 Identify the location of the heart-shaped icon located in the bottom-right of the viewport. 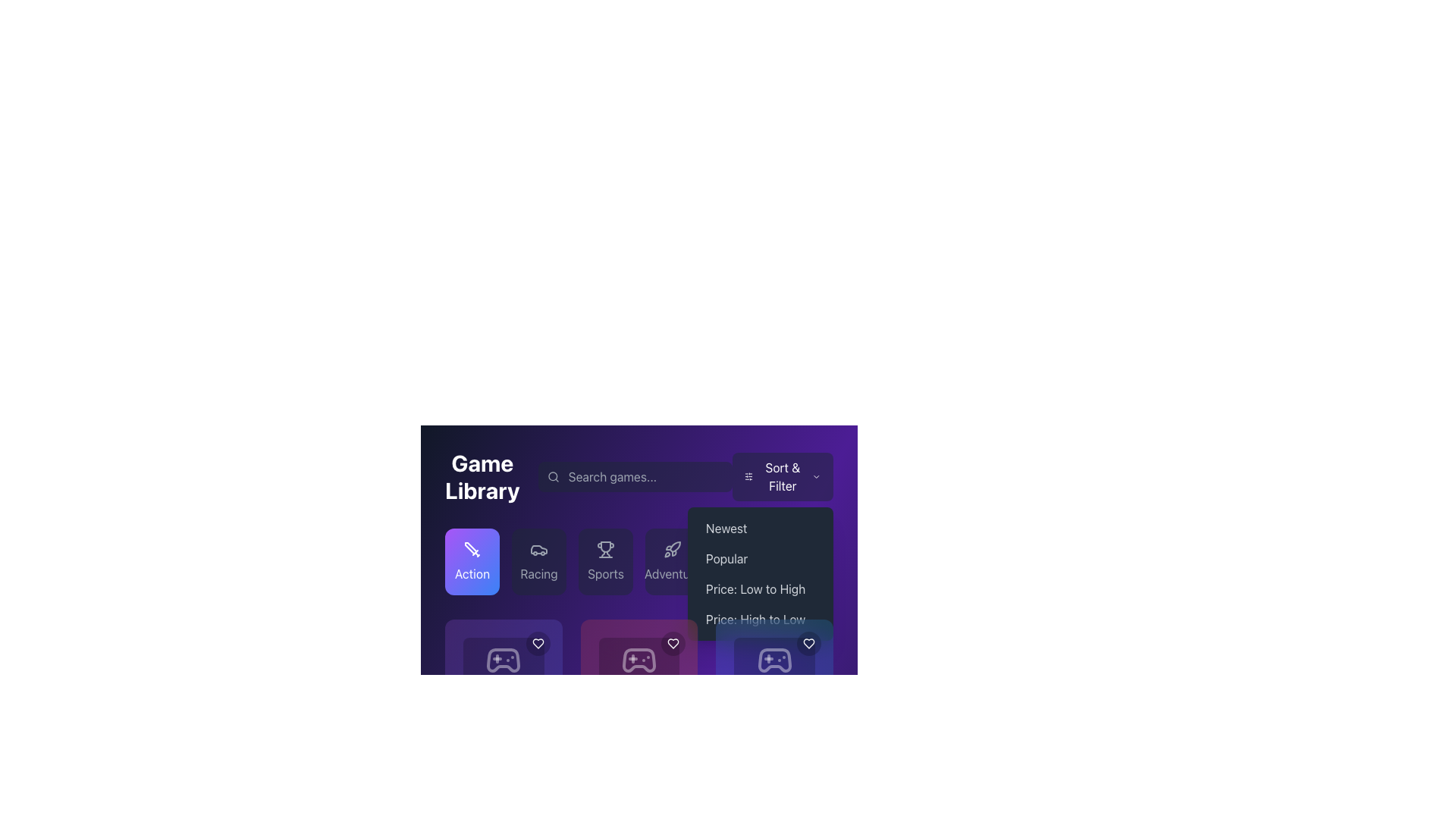
(808, 643).